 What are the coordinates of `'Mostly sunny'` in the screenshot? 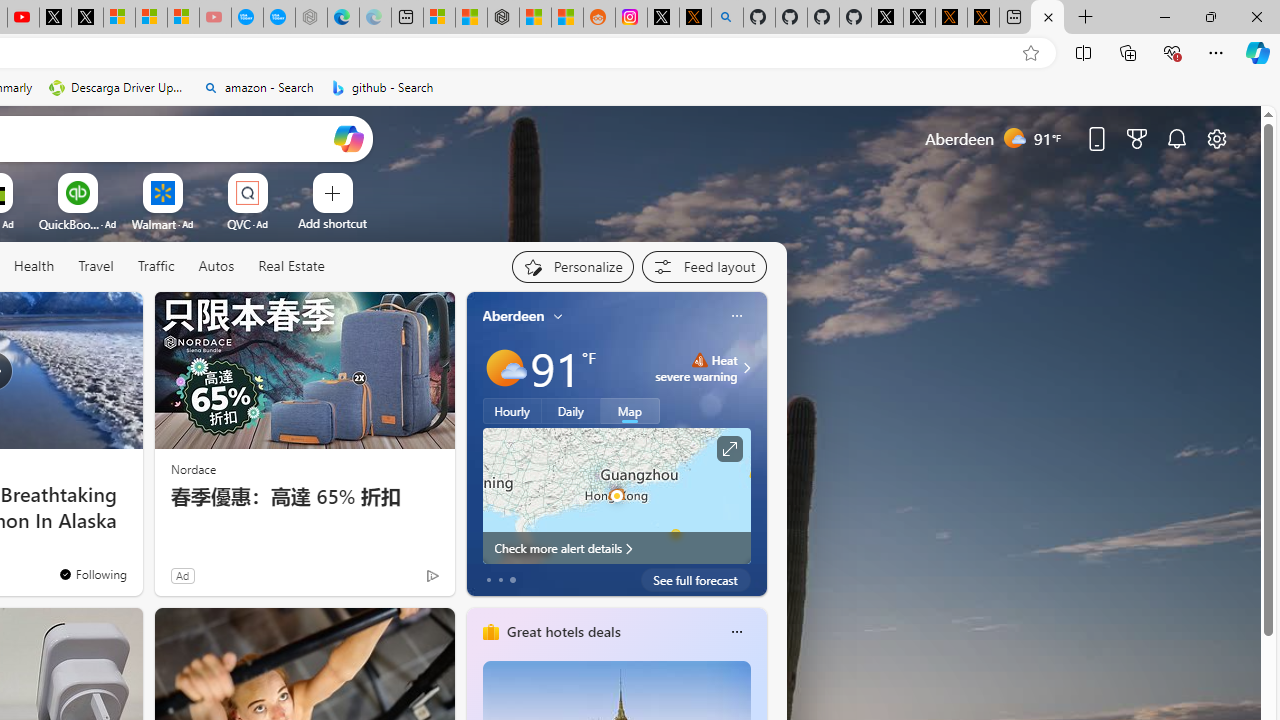 It's located at (504, 368).